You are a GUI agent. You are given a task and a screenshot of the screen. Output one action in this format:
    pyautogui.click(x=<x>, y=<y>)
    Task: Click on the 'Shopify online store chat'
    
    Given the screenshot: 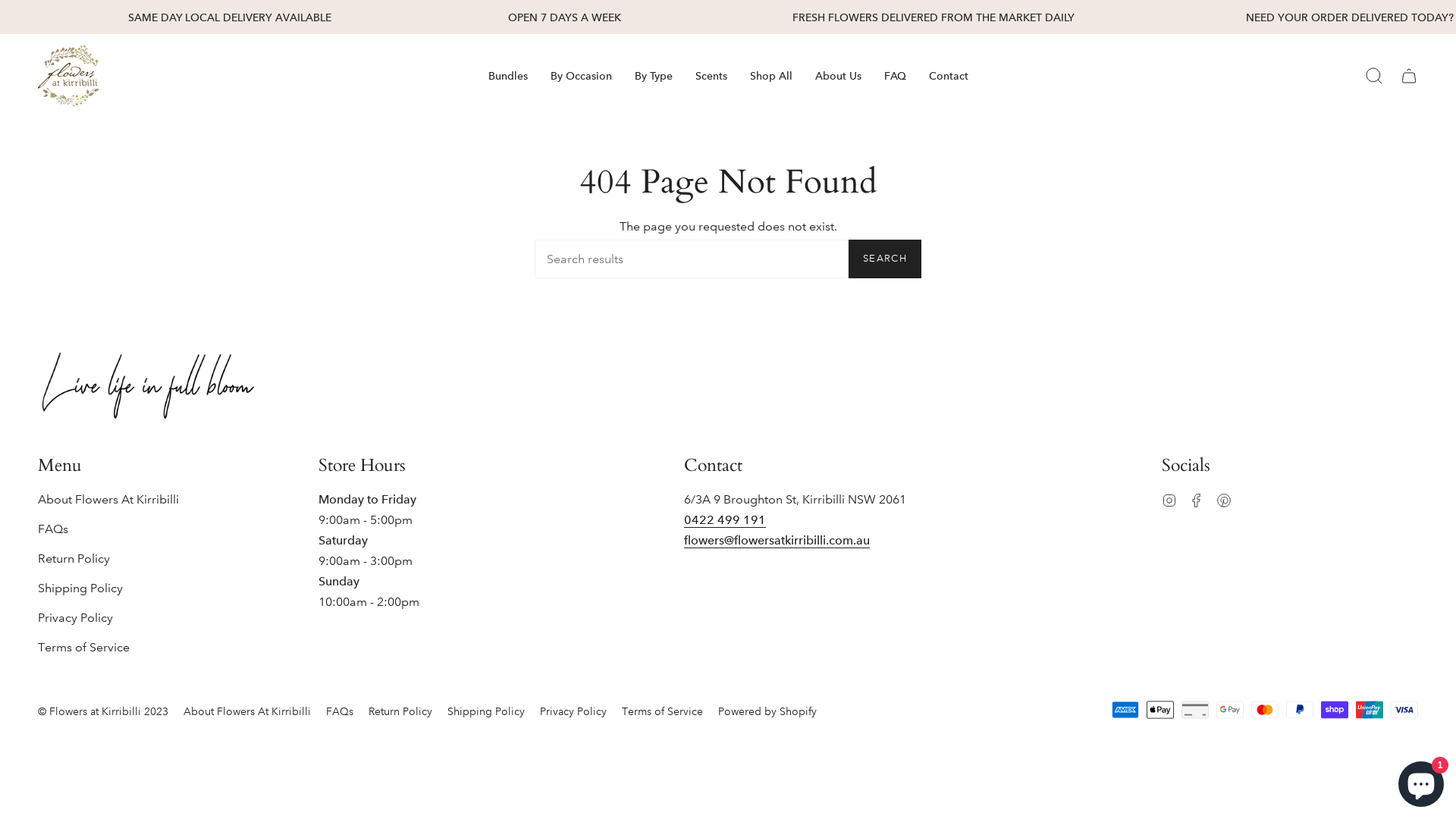 What is the action you would take?
    pyautogui.click(x=1420, y=780)
    